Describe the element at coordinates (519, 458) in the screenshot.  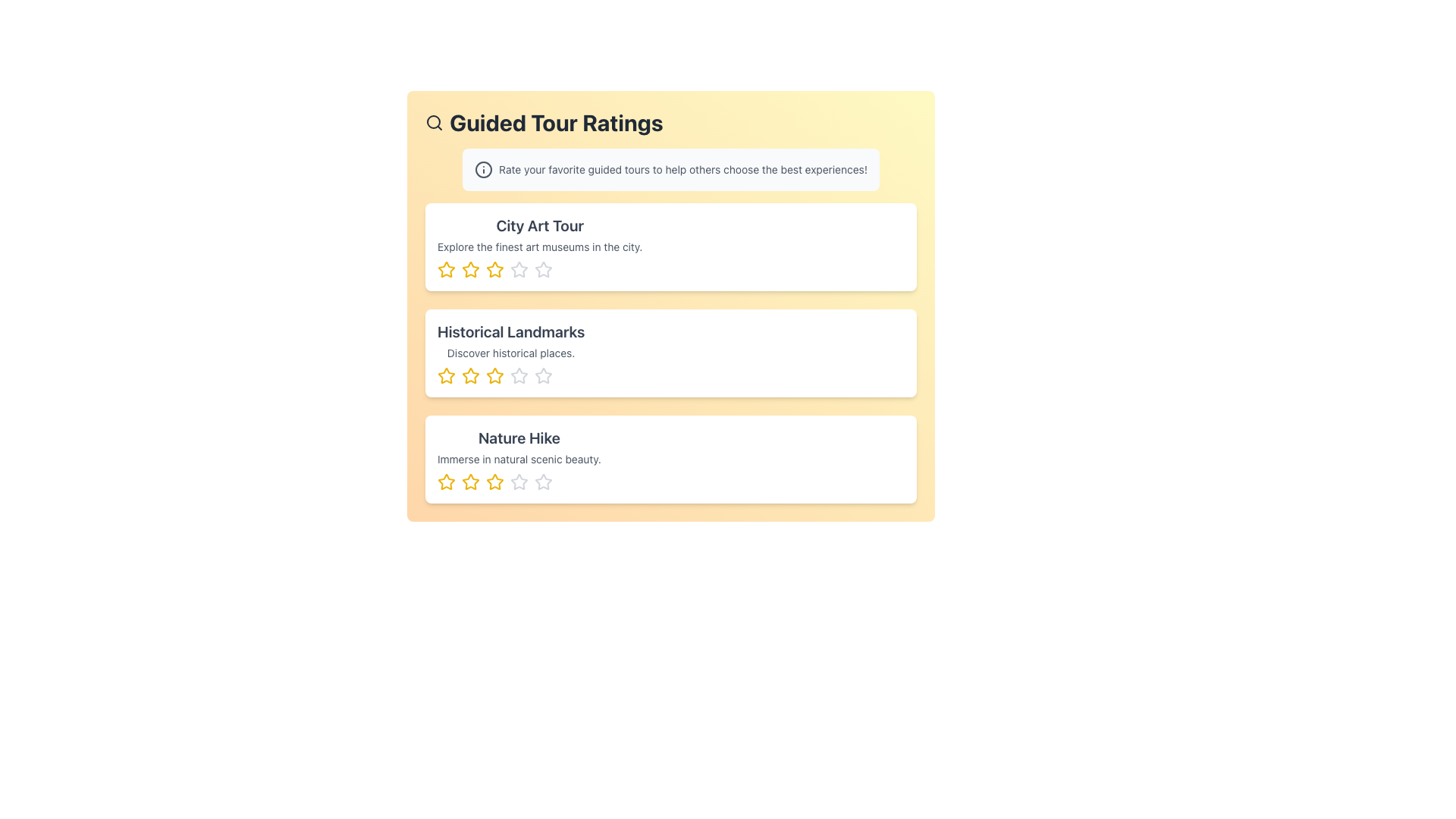
I see `the Text Label providing a brief description about the 'Nature Hike' section, located under the 'Guided Tour Ratings' header` at that location.